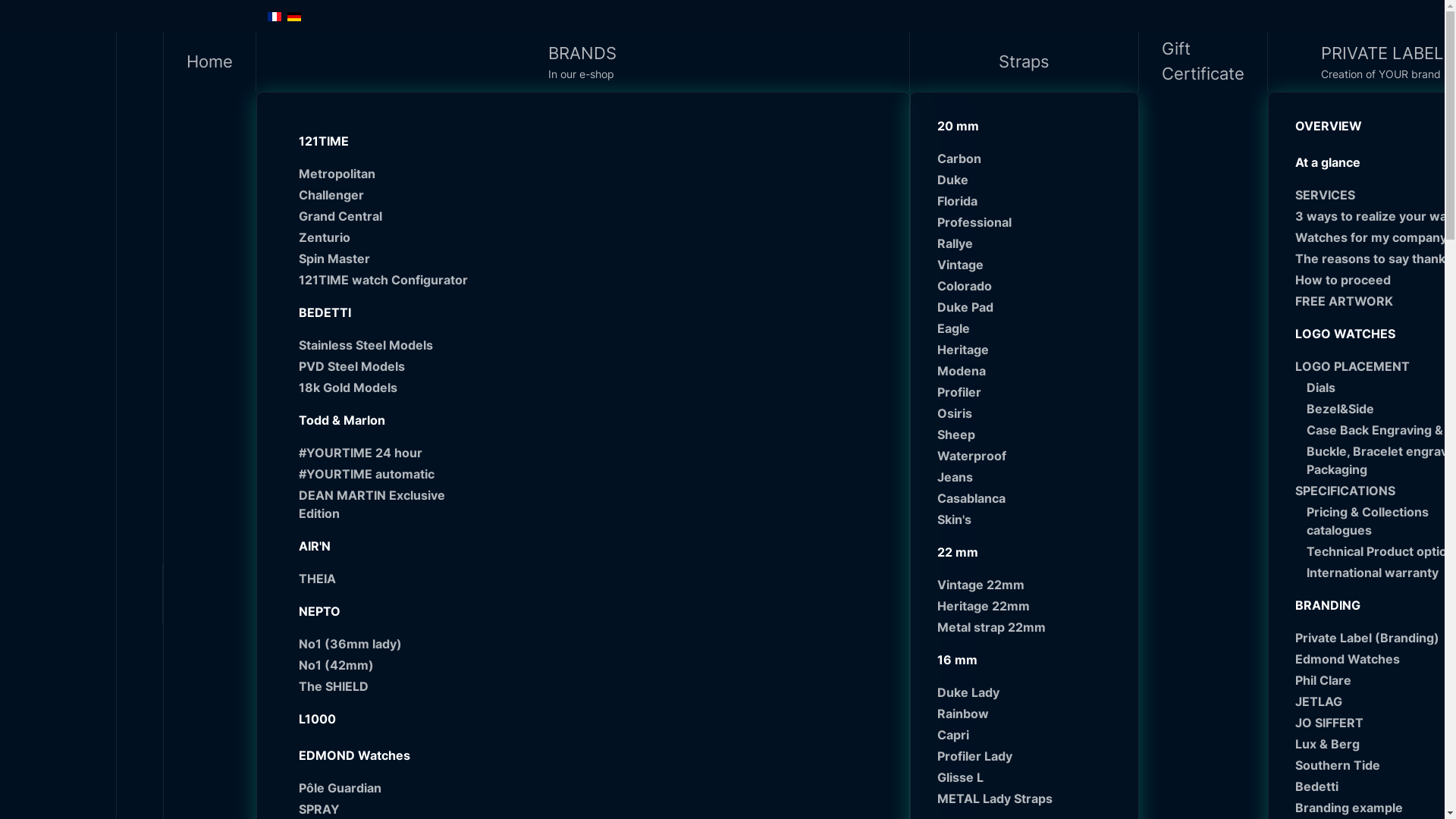 This screenshot has width=1456, height=819. I want to click on 'Professional', so click(1030, 222).